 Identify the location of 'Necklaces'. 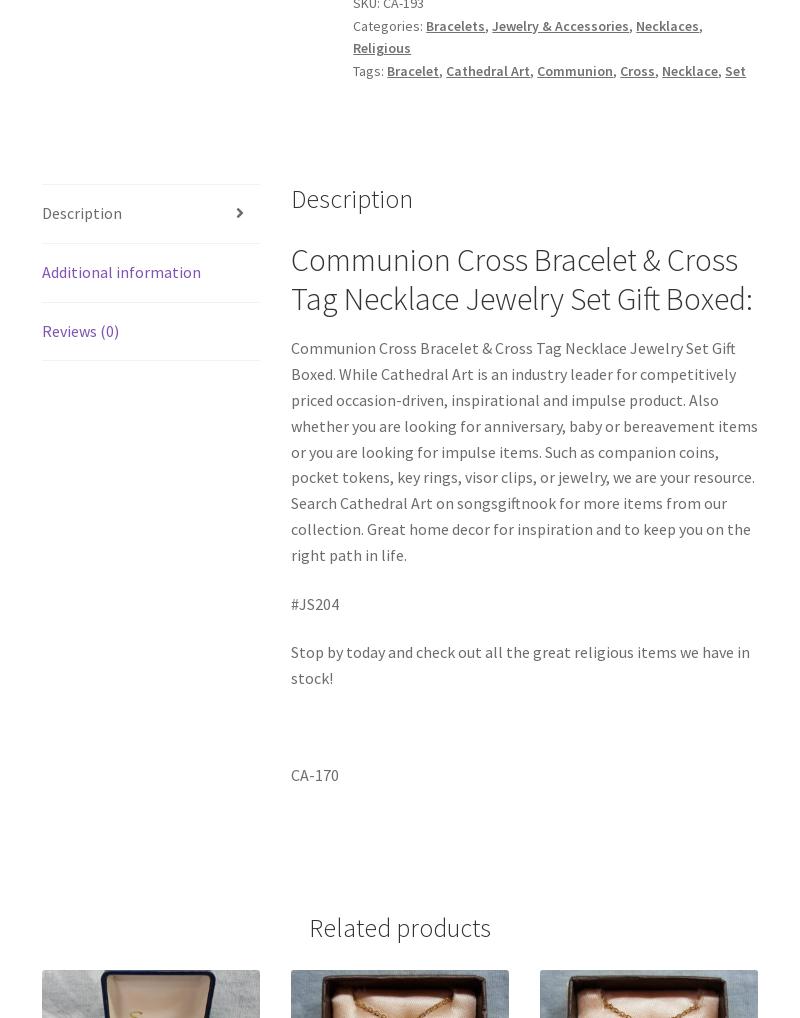
(667, 24).